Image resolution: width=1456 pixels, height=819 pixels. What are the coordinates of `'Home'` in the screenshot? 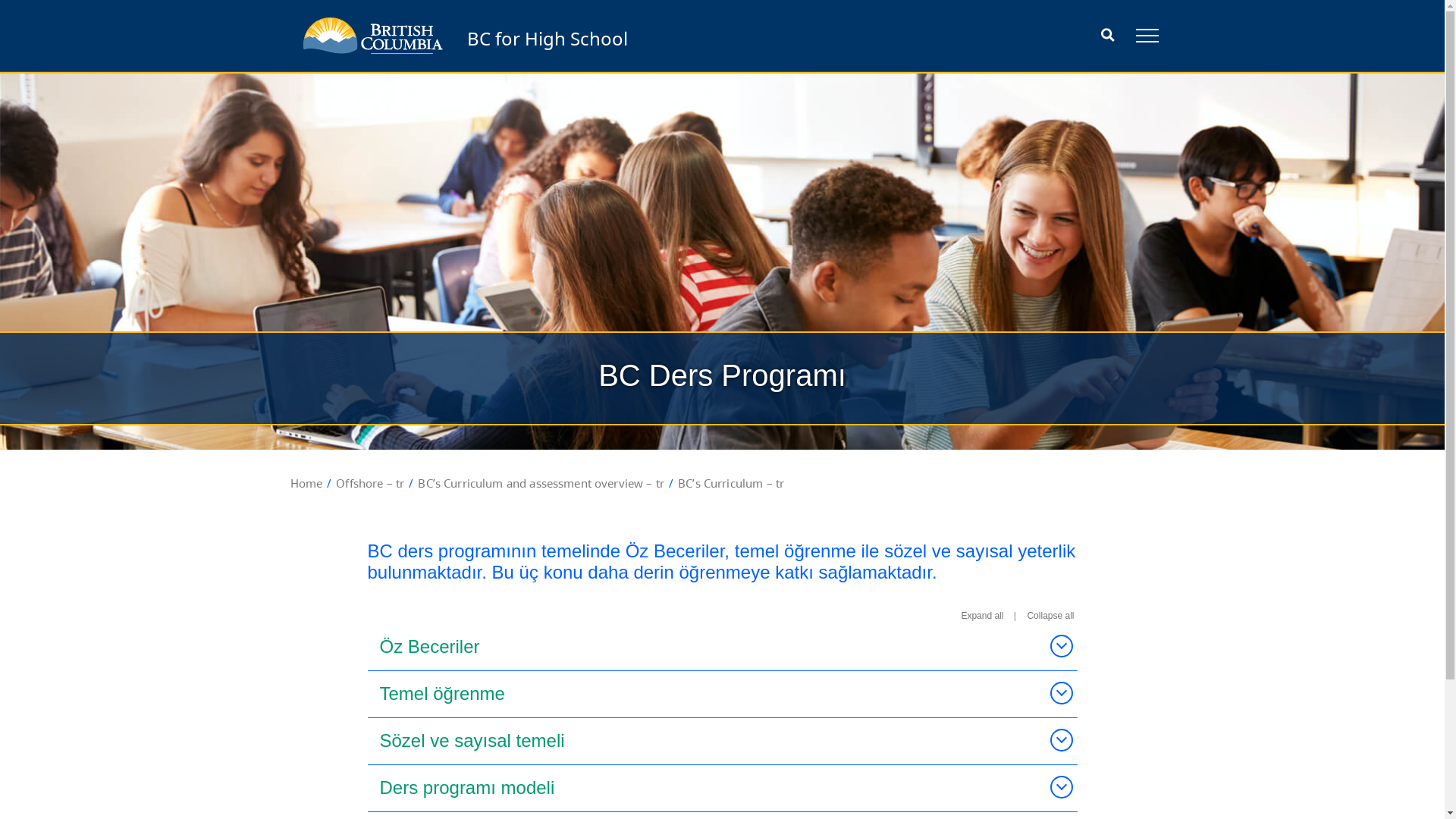 It's located at (305, 482).